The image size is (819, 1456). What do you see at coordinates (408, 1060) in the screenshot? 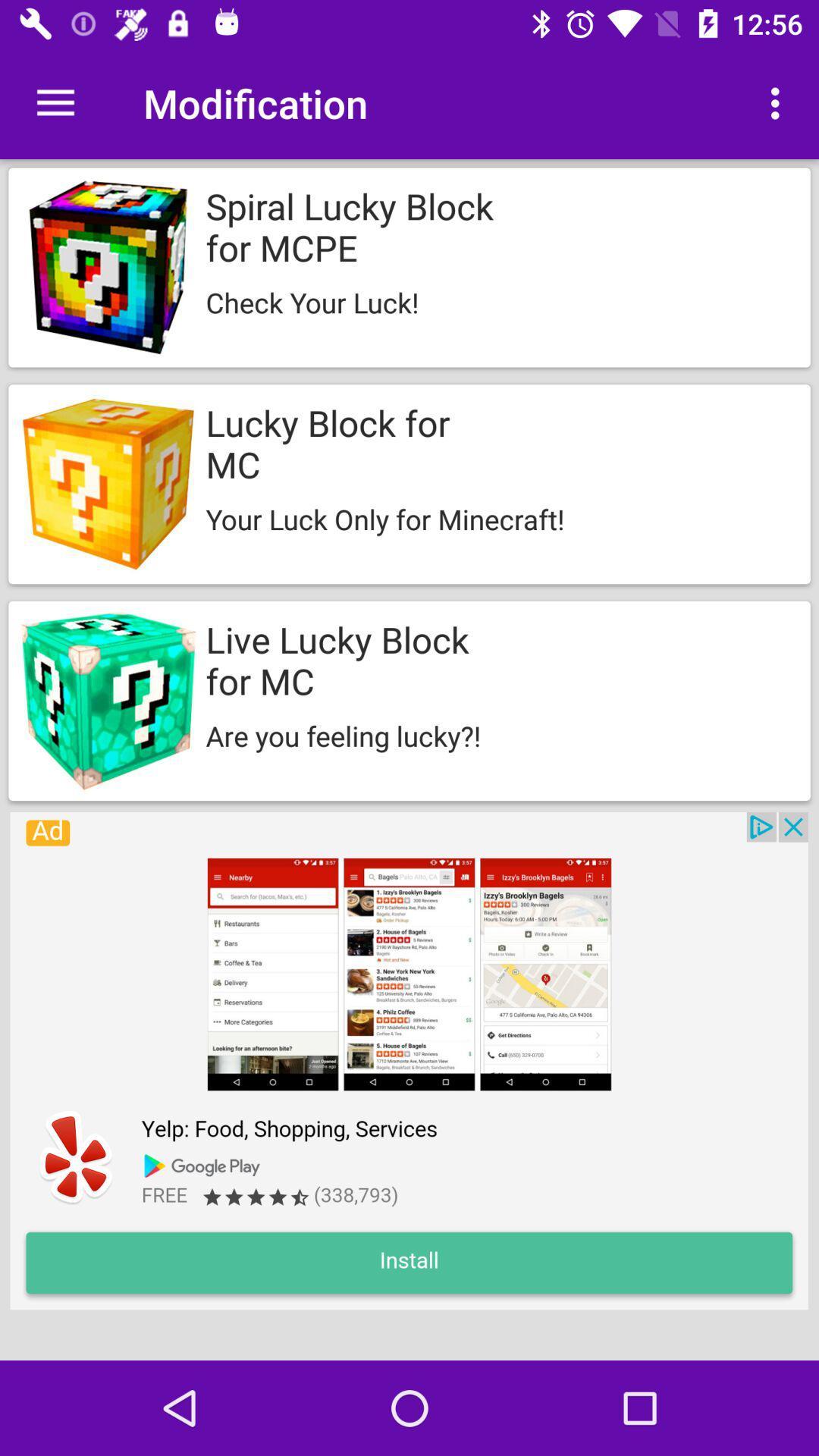
I see `open` at bounding box center [408, 1060].